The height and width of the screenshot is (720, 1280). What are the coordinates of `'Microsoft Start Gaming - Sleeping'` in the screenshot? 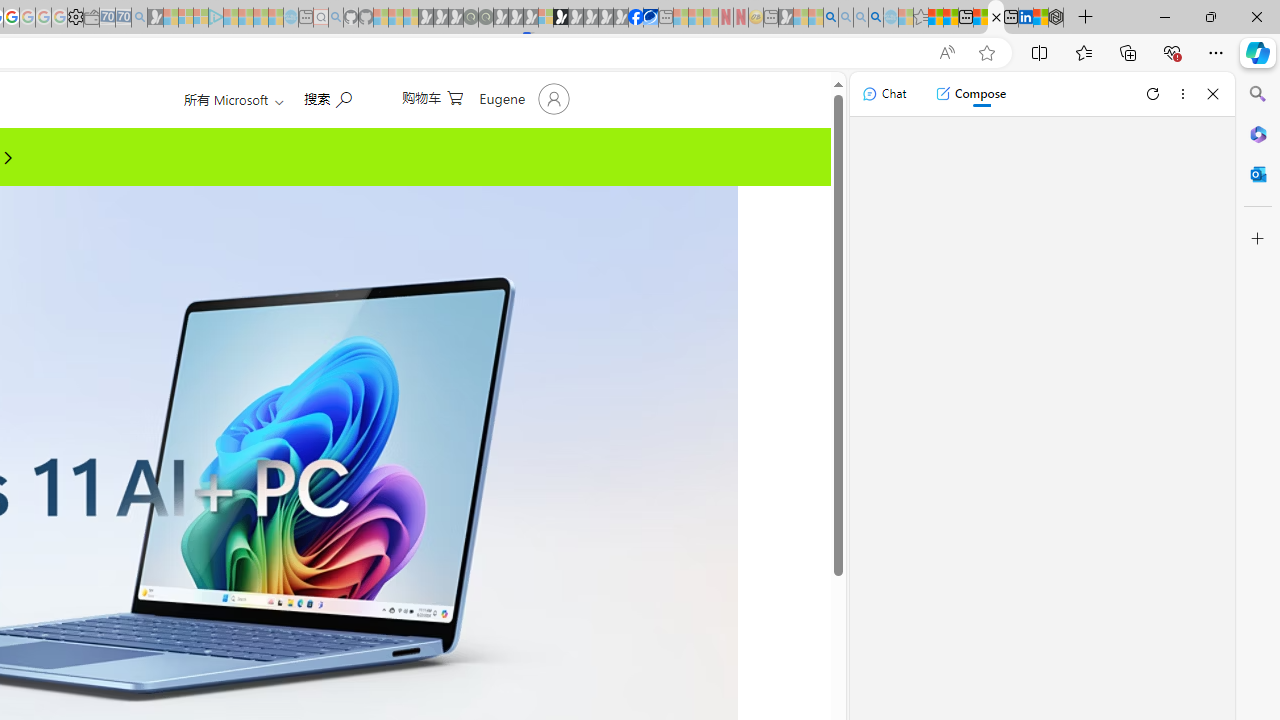 It's located at (154, 17).